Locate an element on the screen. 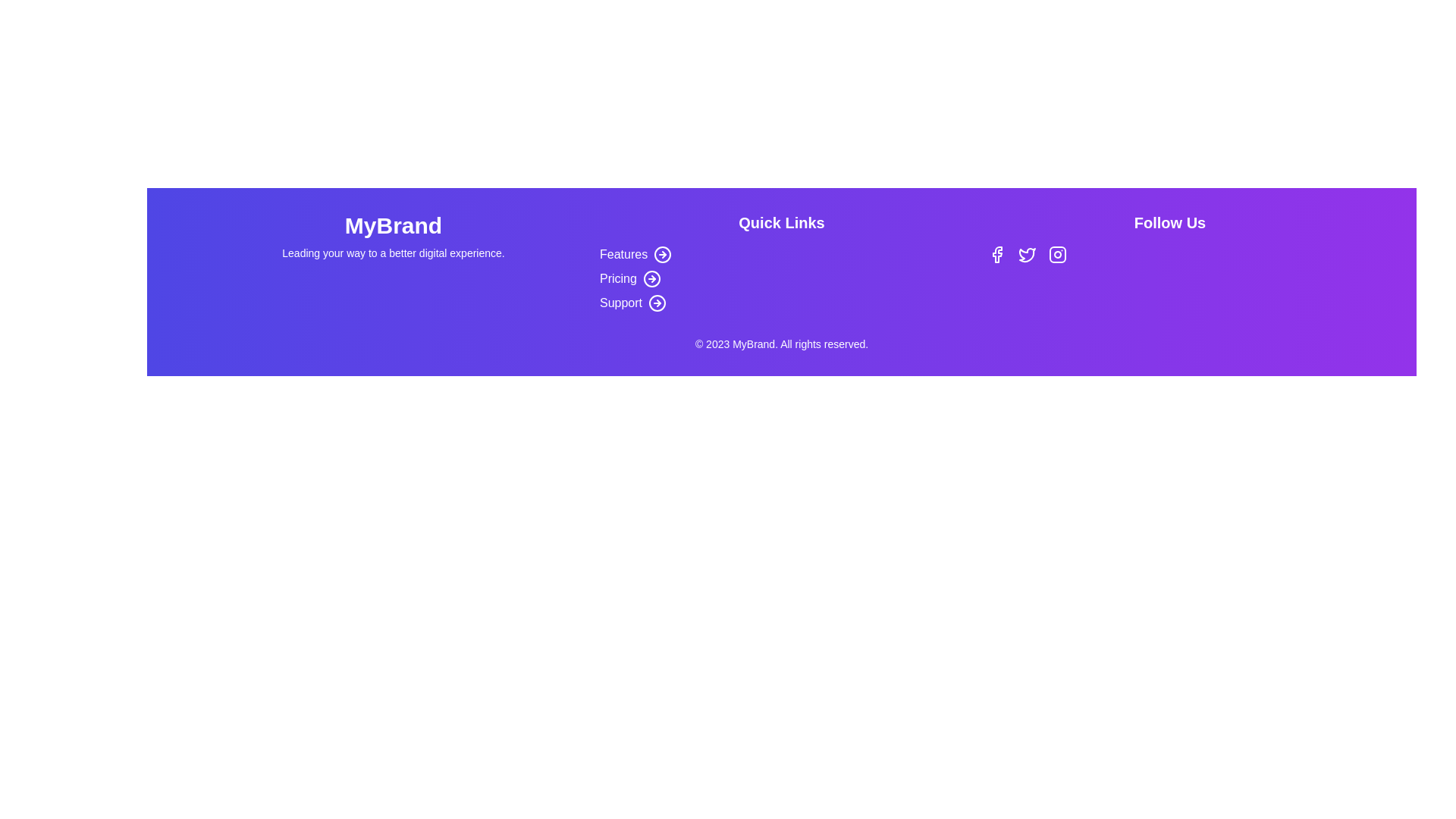 This screenshot has width=1456, height=819. the central rounded square within the last icon to the right in the 'Follow Us' section, which represents a camera or lens is located at coordinates (1057, 253).